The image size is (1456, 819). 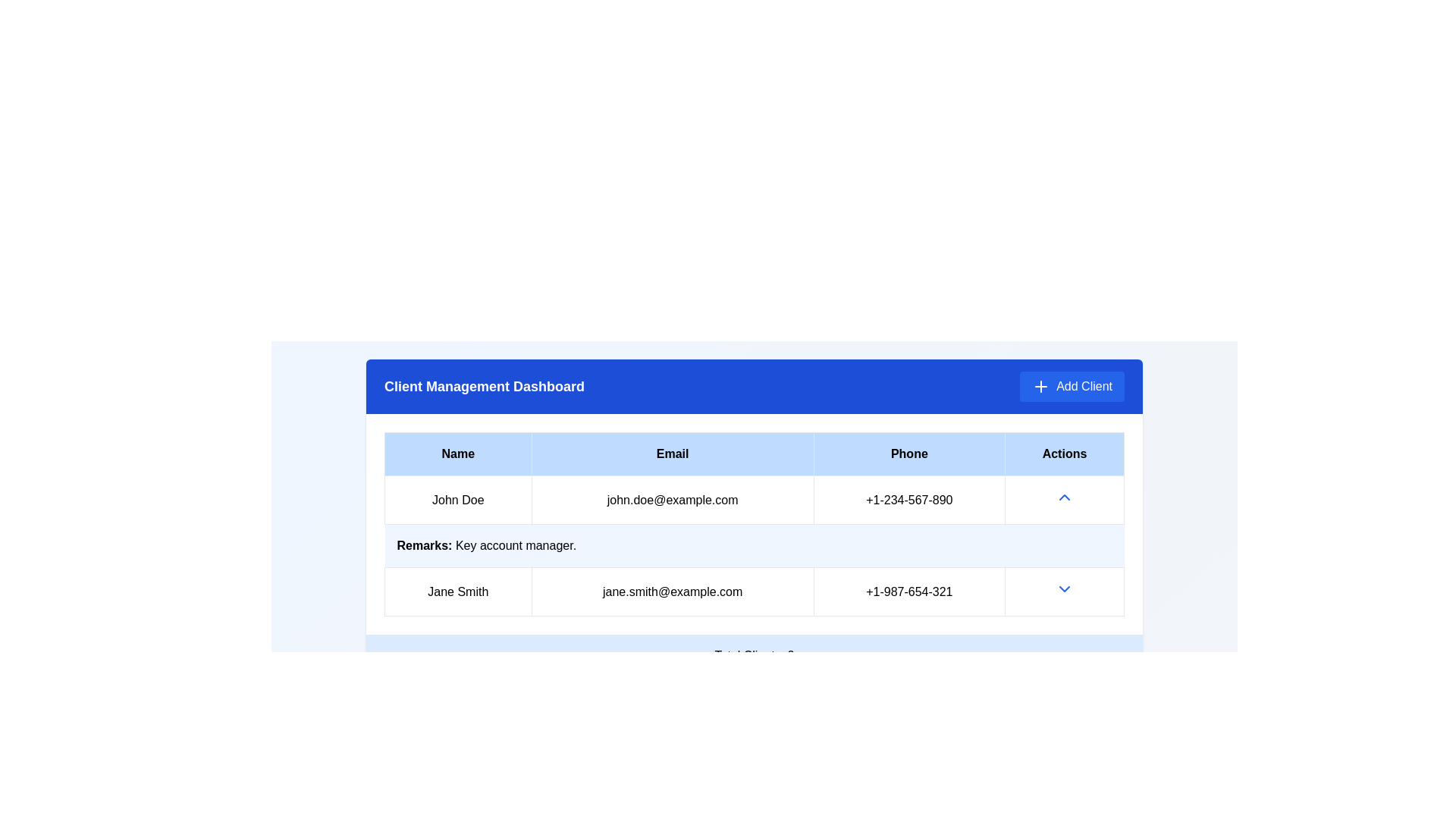 I want to click on the 'Add Client' button with a blue background and rounded corners, positioned on the right side of the 'Client Management Dashboard' header bar, so click(x=1072, y=385).